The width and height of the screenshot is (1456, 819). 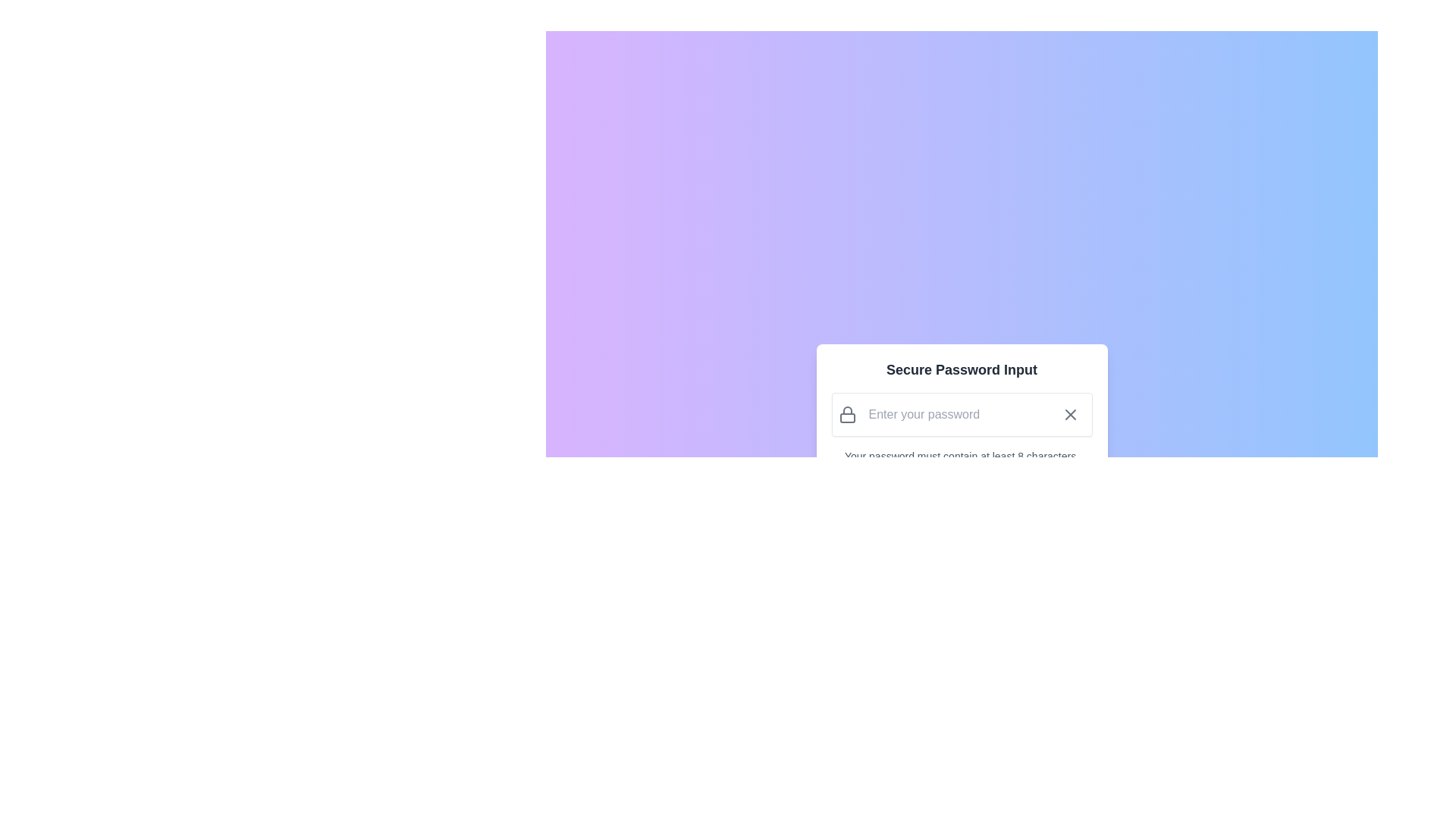 I want to click on the 'X' icon, which is a visually sharp icon with two diagonally crossing lines, styled in gray, located near the right edge of the password input field labeled 'Secure Password Input', to clear the input, so click(x=1069, y=415).